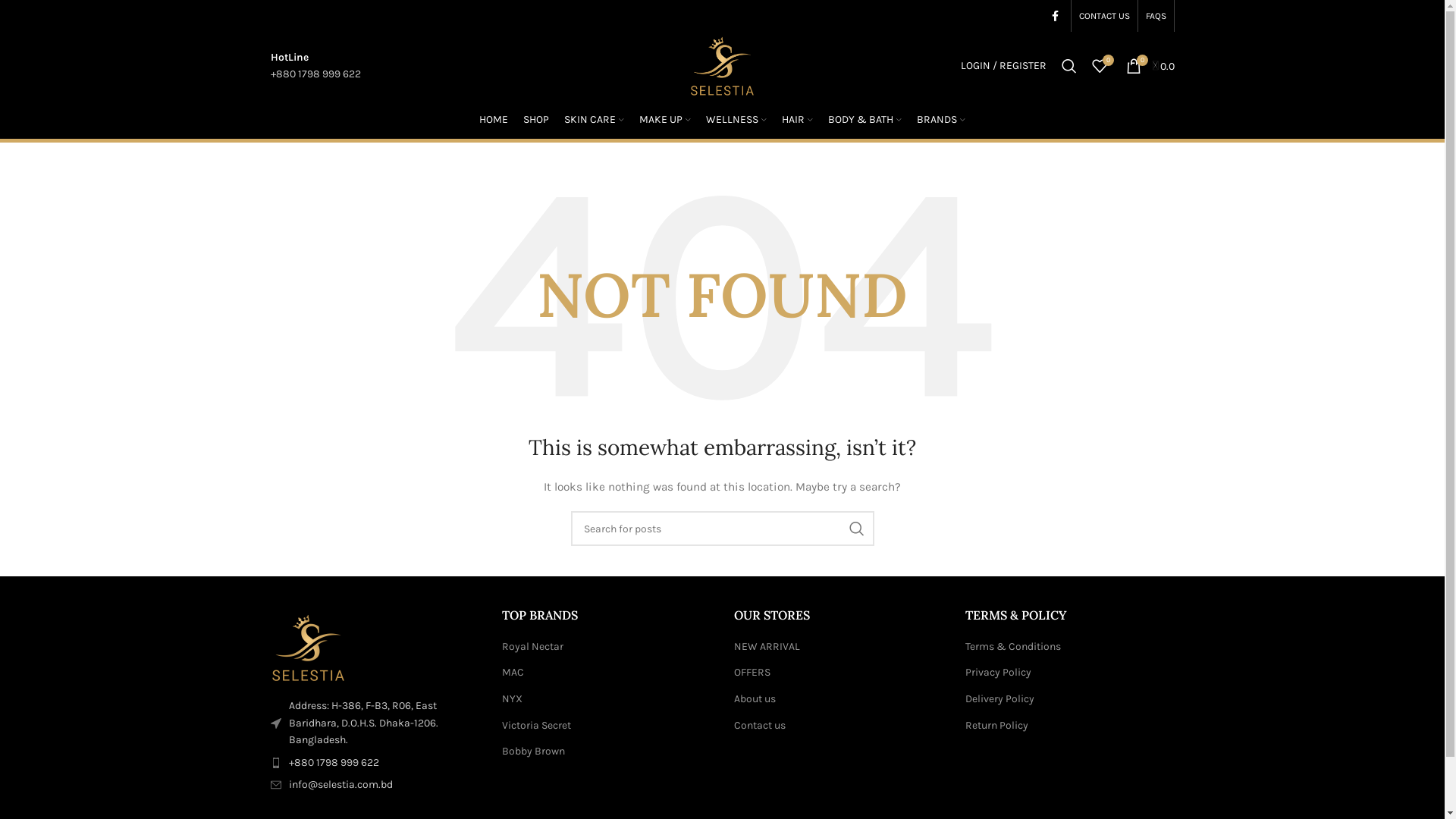  Describe the element at coordinates (761, 724) in the screenshot. I see `'Contact us'` at that location.